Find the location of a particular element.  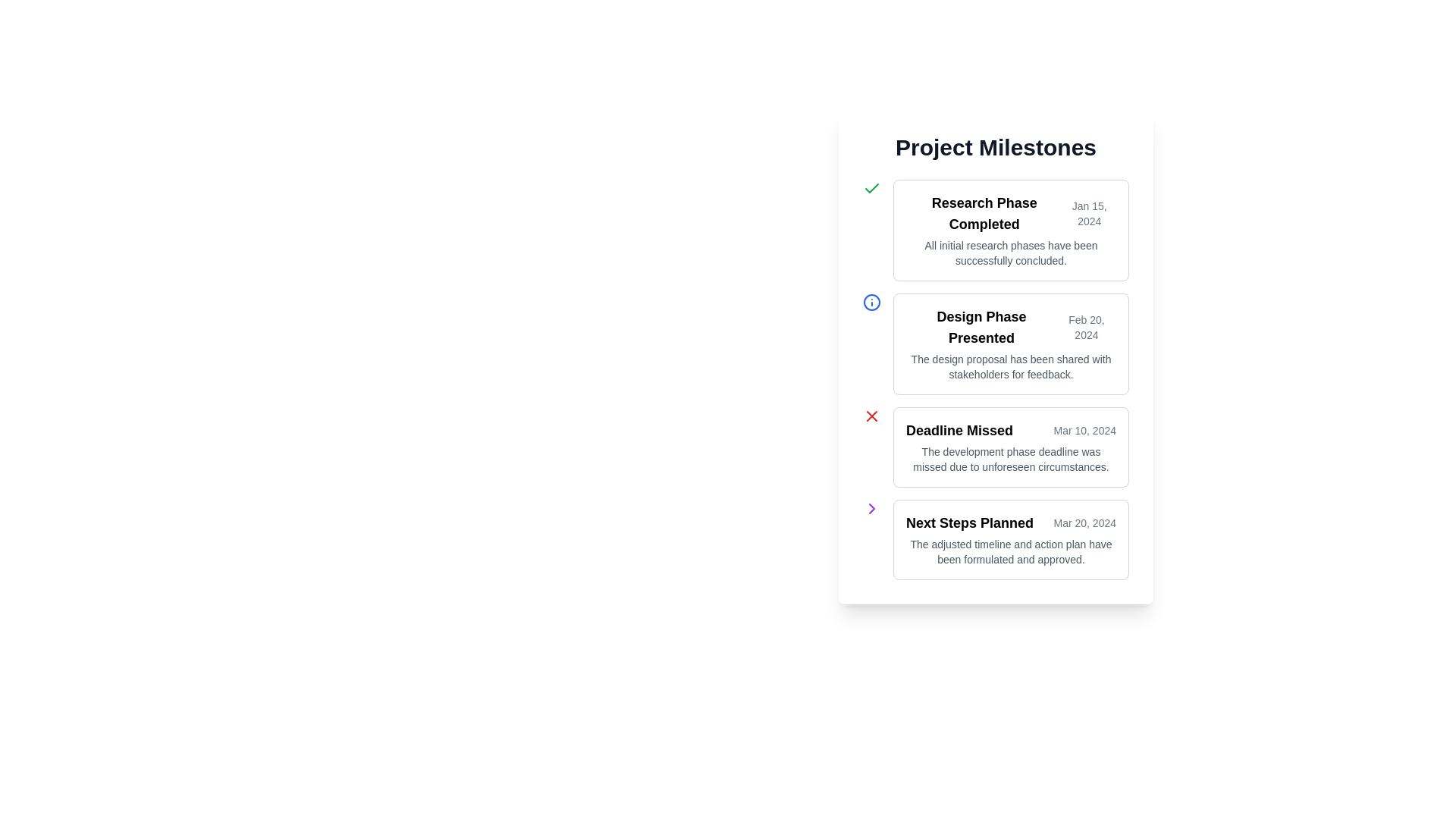

the text label that contains the sentence: 'The adjusted timeline and action plan have been formulated and approved.' which is positioned underneath the 'Next Steps Planned' section is located at coordinates (1011, 552).